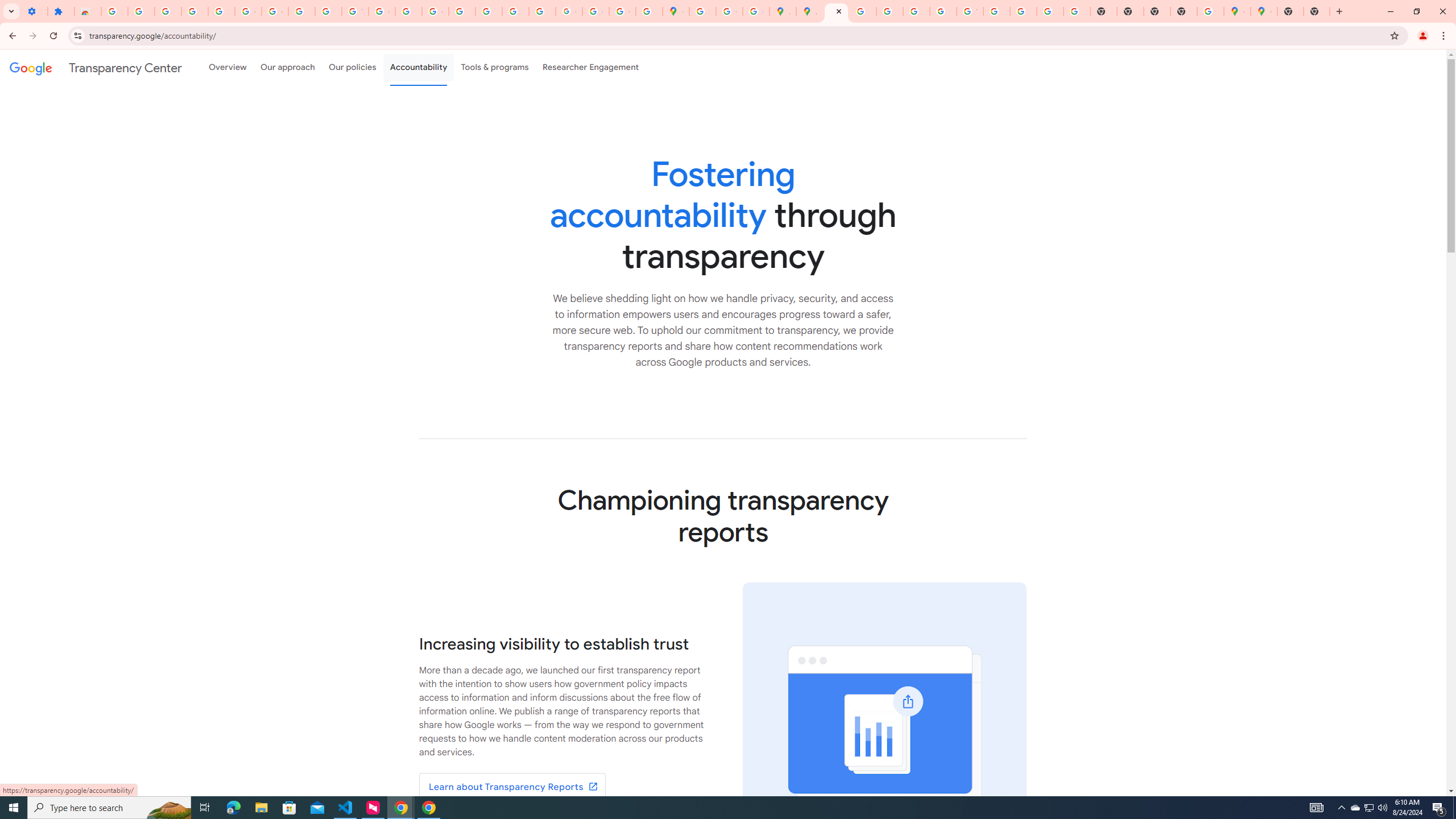 The height and width of the screenshot is (819, 1456). What do you see at coordinates (113, 11) in the screenshot?
I see `'Sign in - Google Accounts'` at bounding box center [113, 11].